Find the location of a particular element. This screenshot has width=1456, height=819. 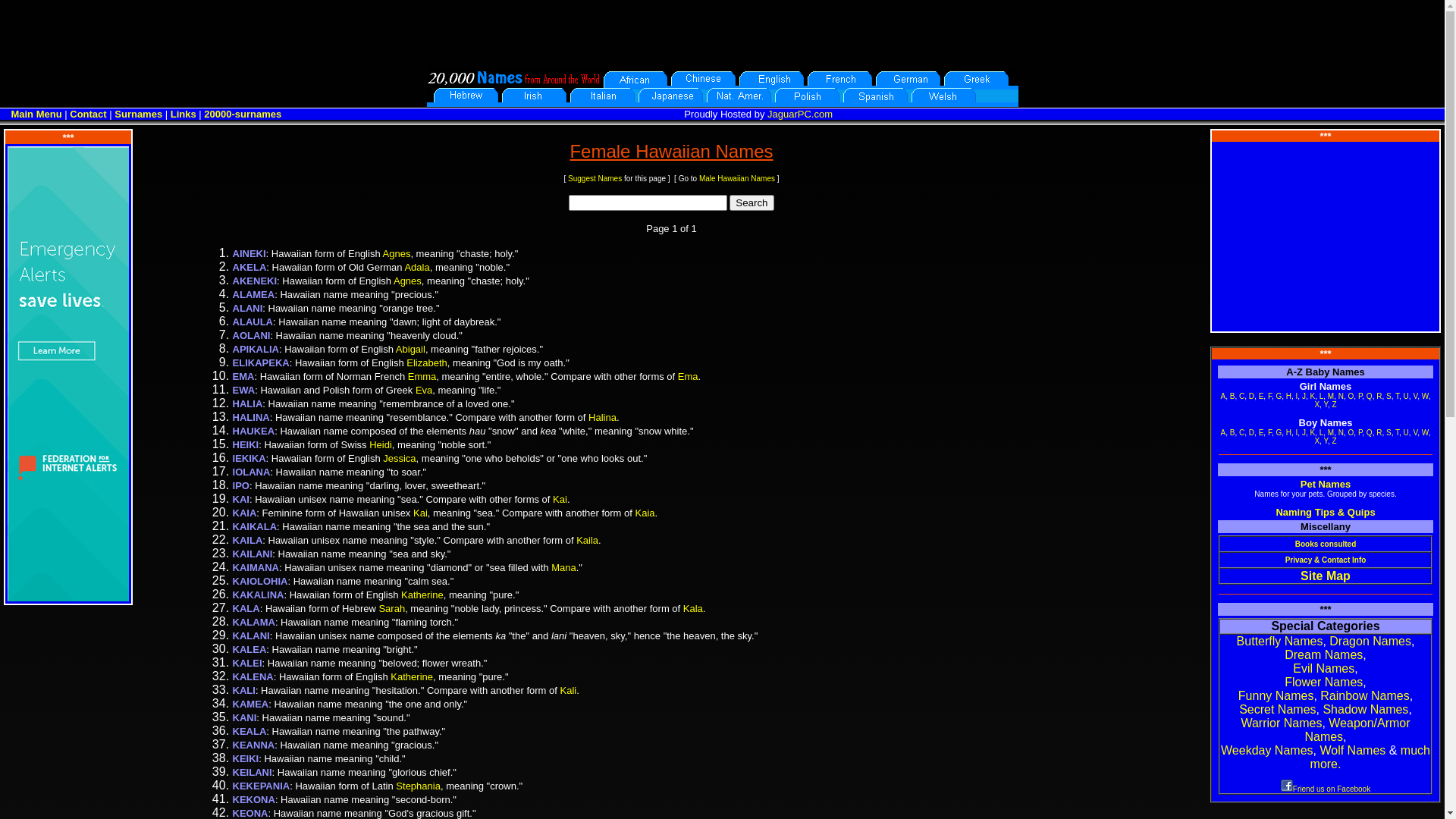

'Main Menu' is located at coordinates (11, 113).